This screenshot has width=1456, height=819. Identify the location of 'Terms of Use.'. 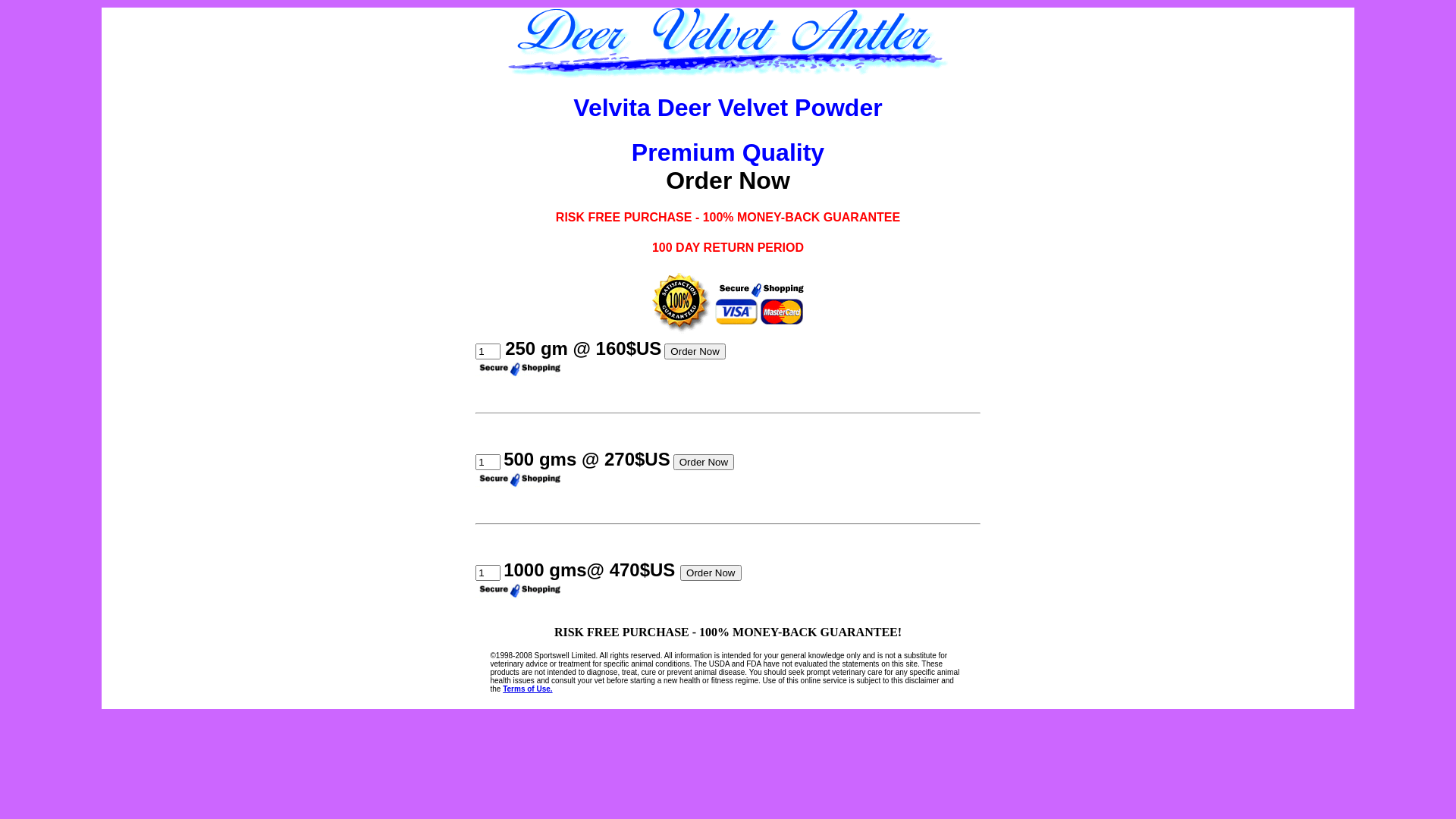
(527, 689).